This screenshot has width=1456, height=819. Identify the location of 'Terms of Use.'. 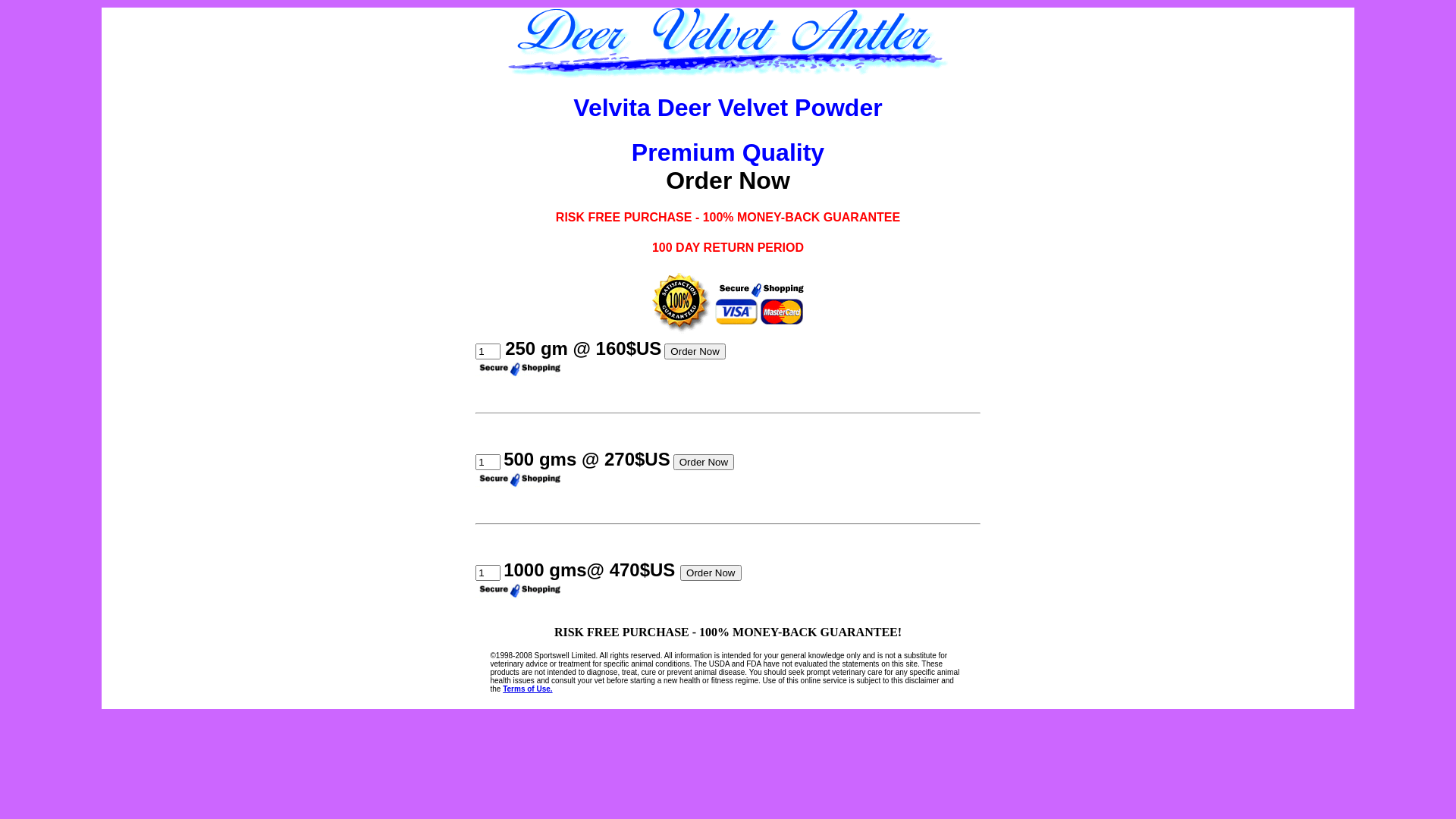
(527, 689).